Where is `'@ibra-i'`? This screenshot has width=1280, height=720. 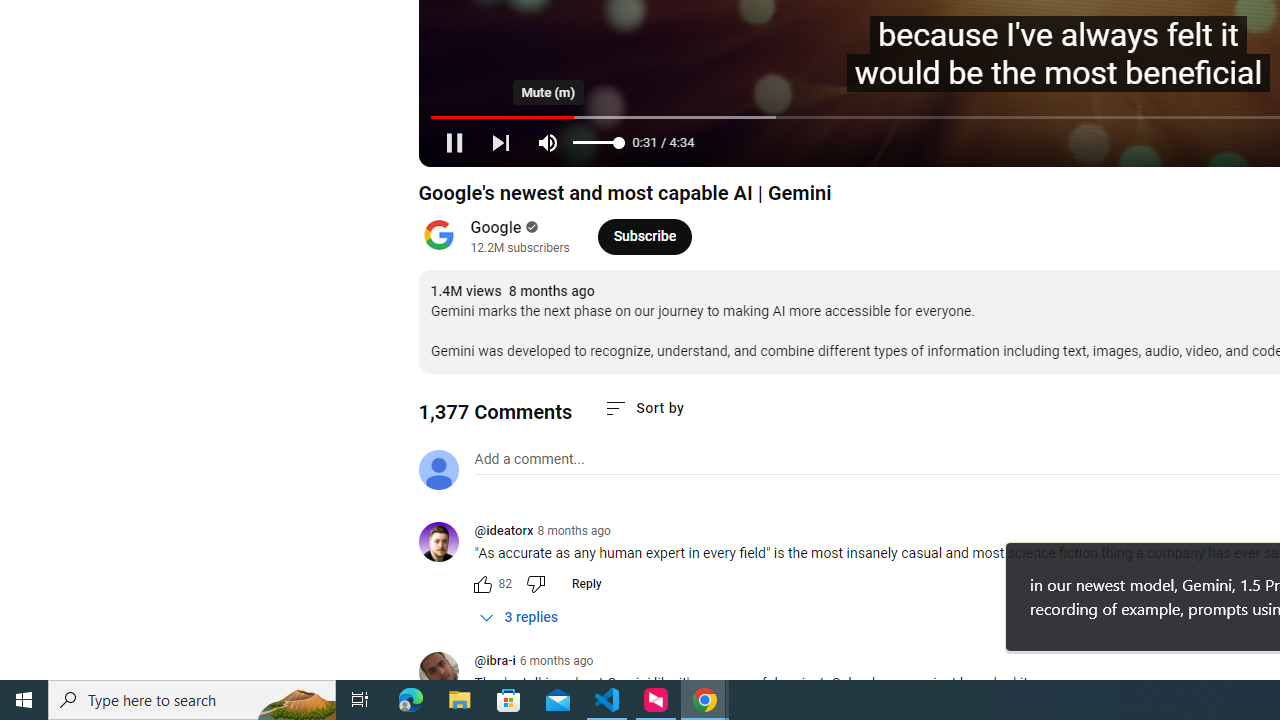 '@ibra-i' is located at coordinates (494, 662).